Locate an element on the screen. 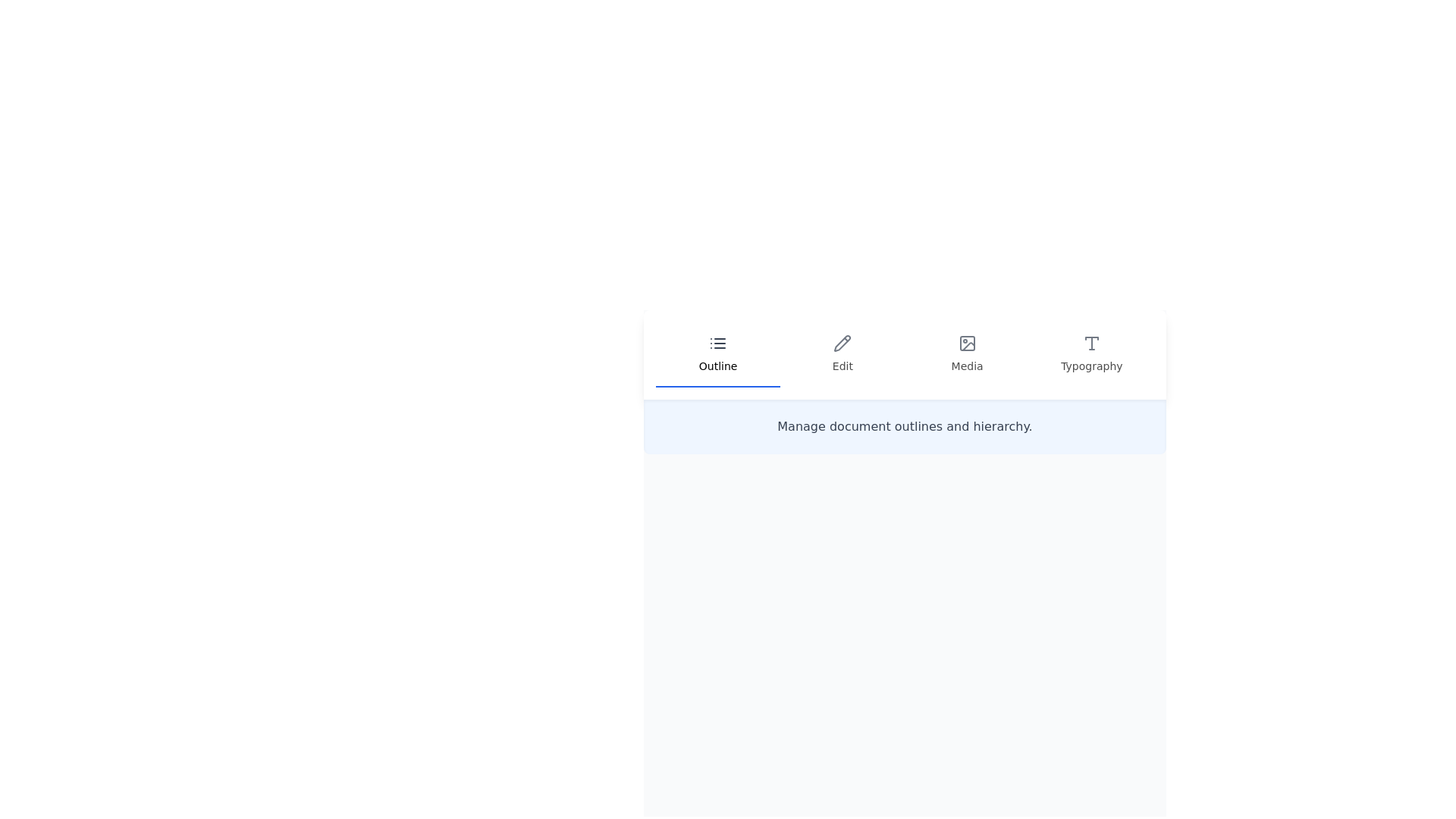  the Media tab by clicking on its corresponding button is located at coordinates (966, 354).